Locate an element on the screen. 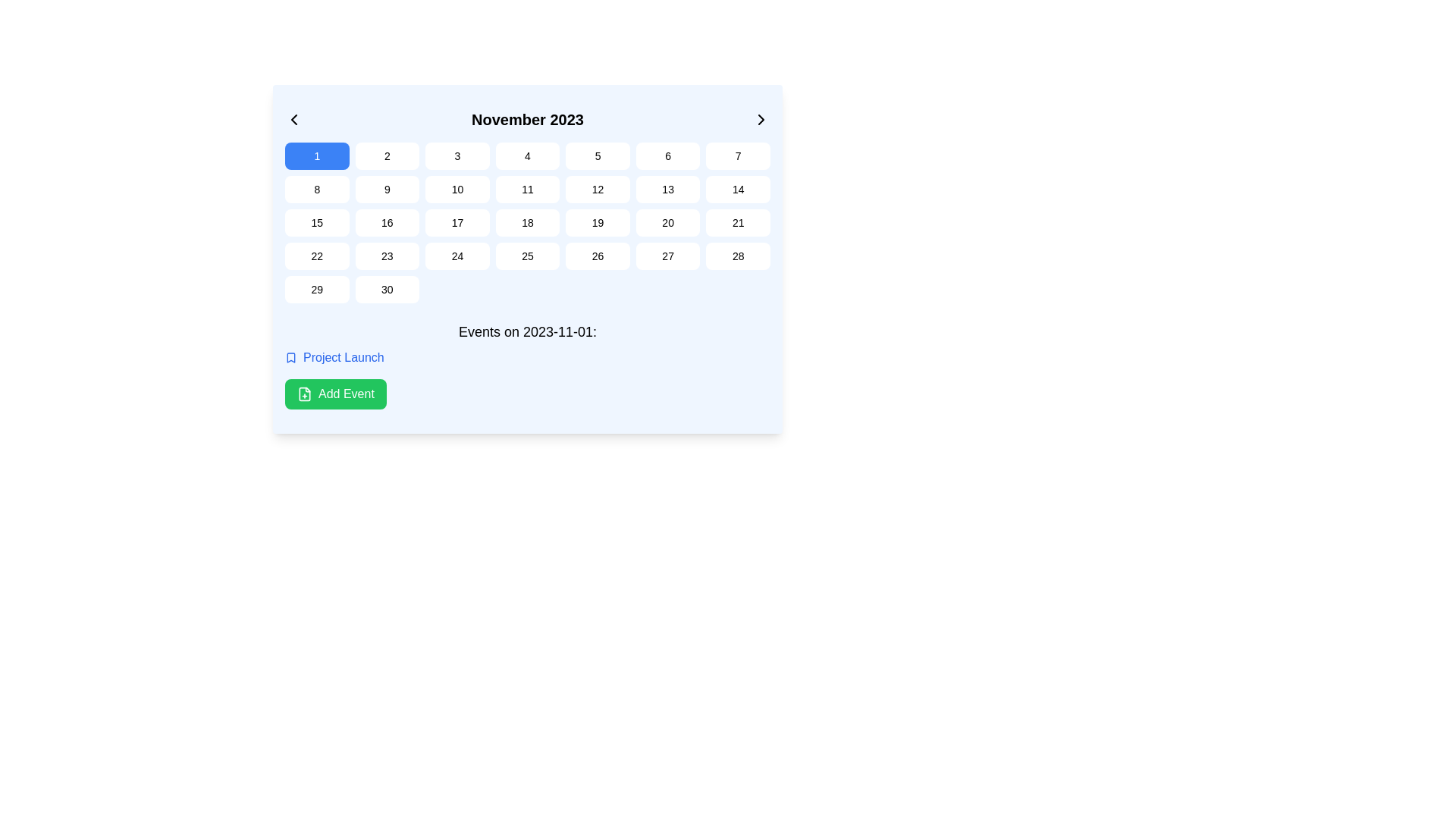  the button representing the 11th day of November 2023 is located at coordinates (528, 189).